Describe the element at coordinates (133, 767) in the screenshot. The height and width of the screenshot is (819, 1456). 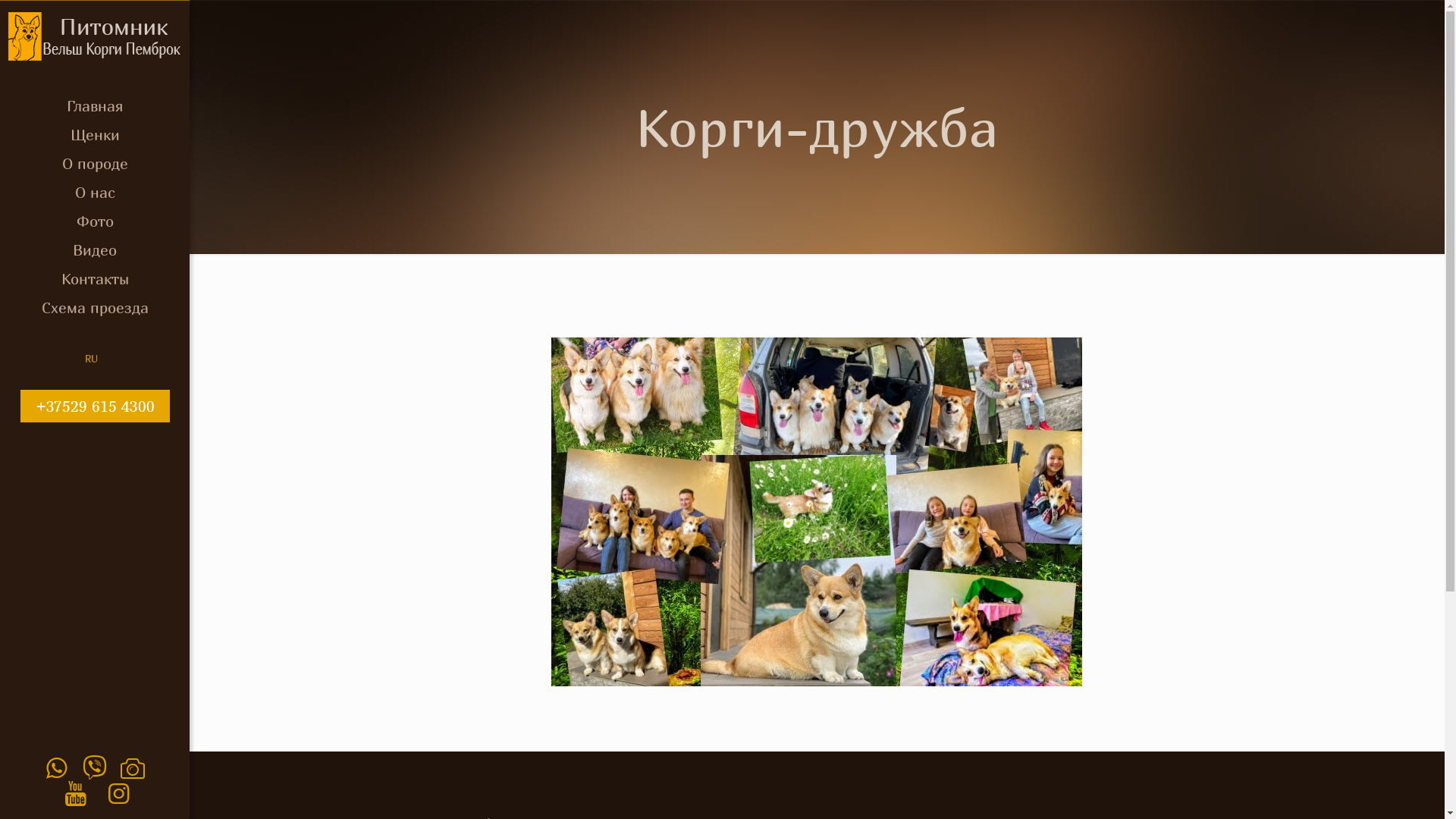
I see `'Google Photo'` at that location.